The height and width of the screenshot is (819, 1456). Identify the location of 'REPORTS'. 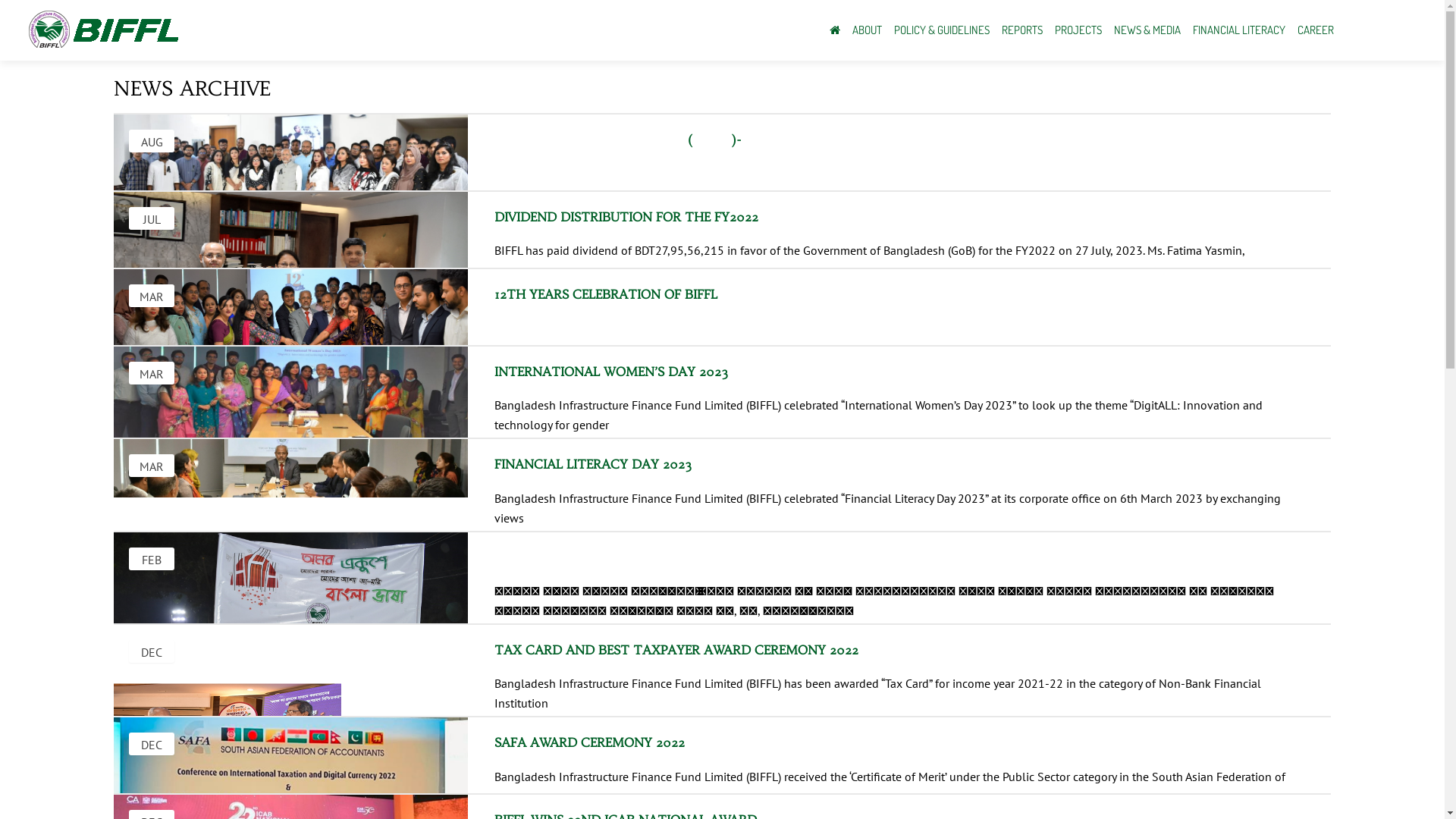
(996, 30).